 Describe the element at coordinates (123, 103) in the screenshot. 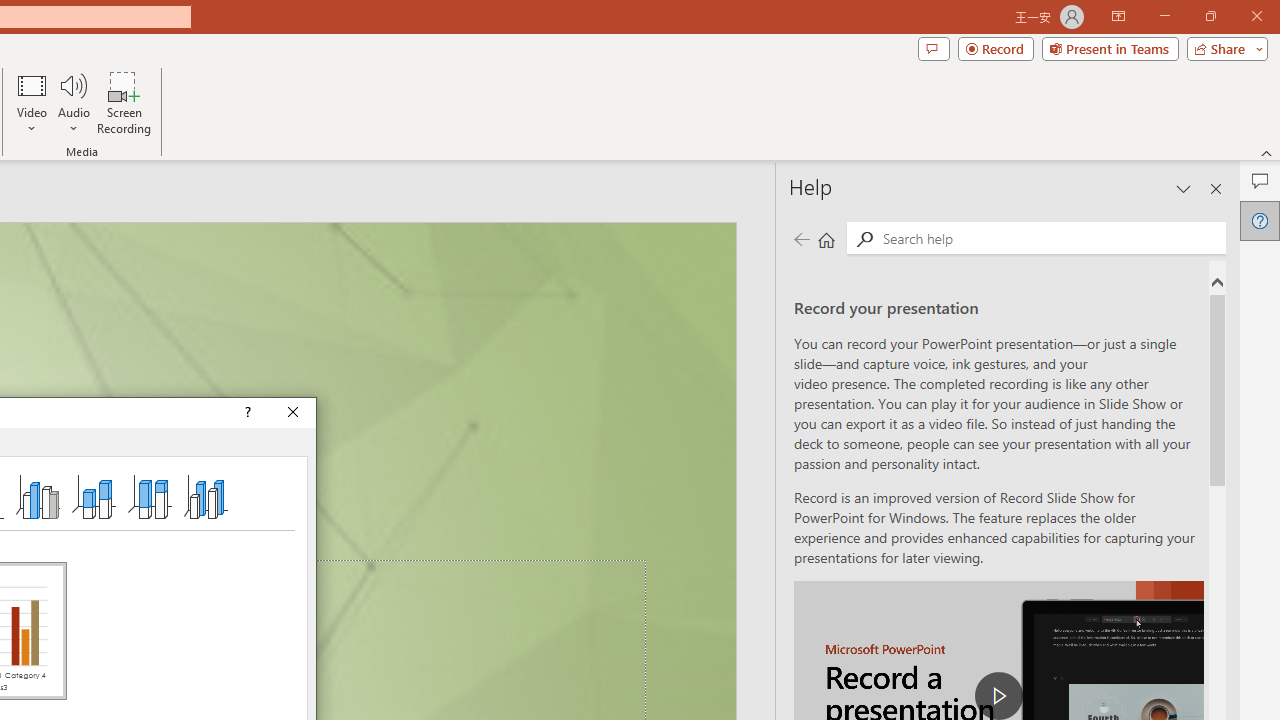

I see `'Screen Recording...'` at that location.